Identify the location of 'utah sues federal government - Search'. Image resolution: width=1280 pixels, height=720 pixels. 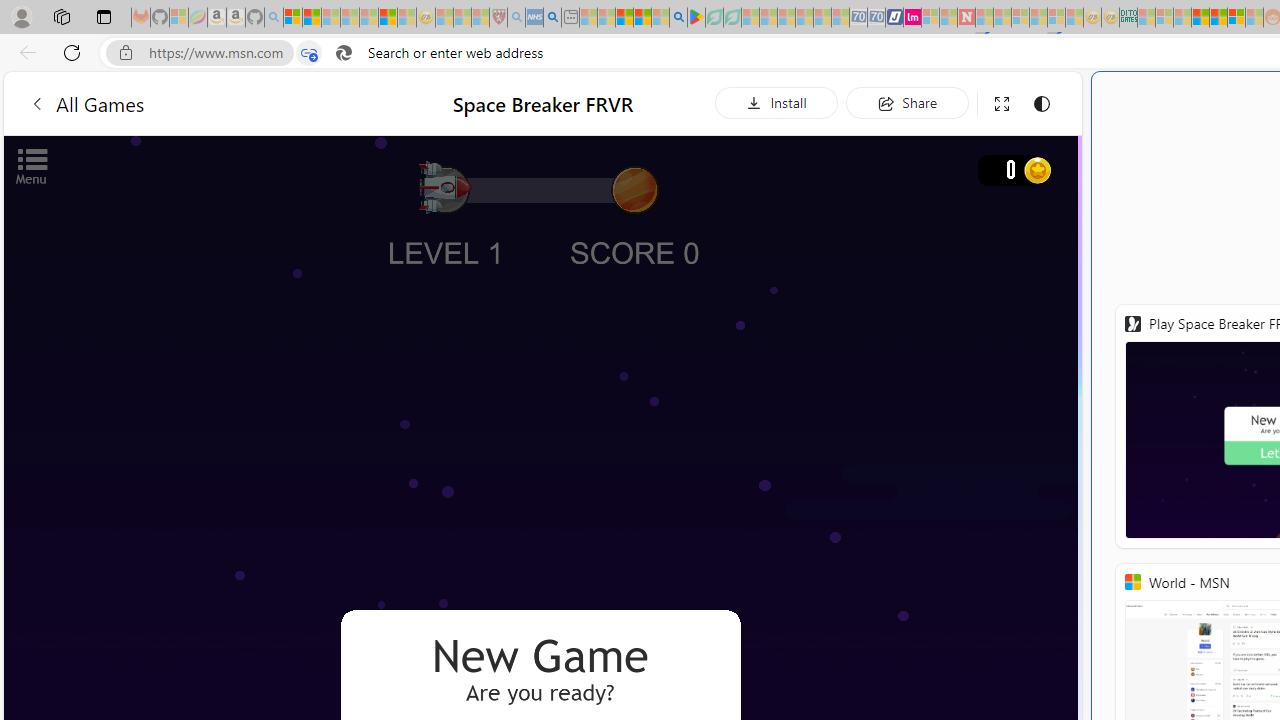
(552, 17).